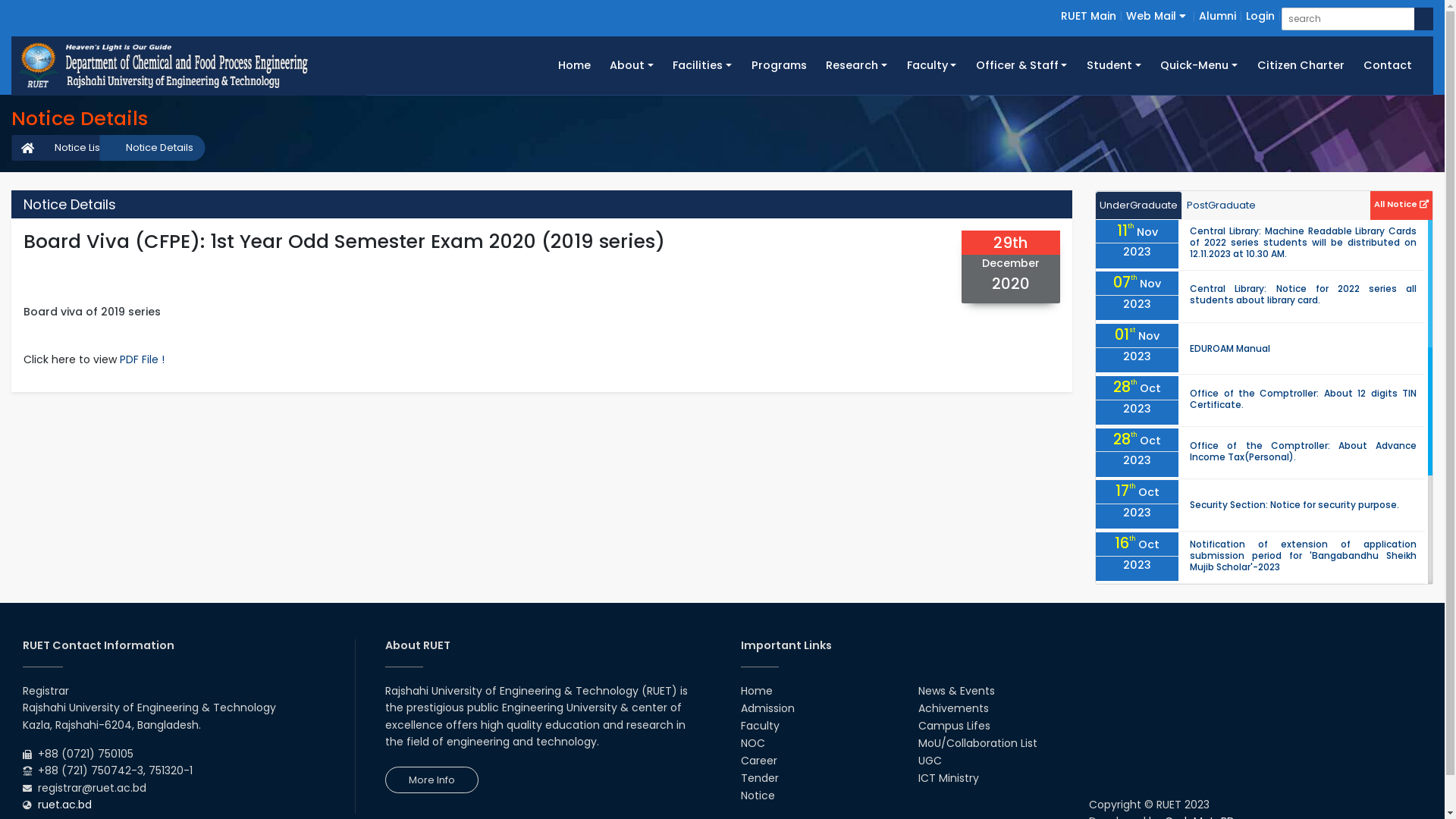  I want to click on 'Student', so click(1113, 64).